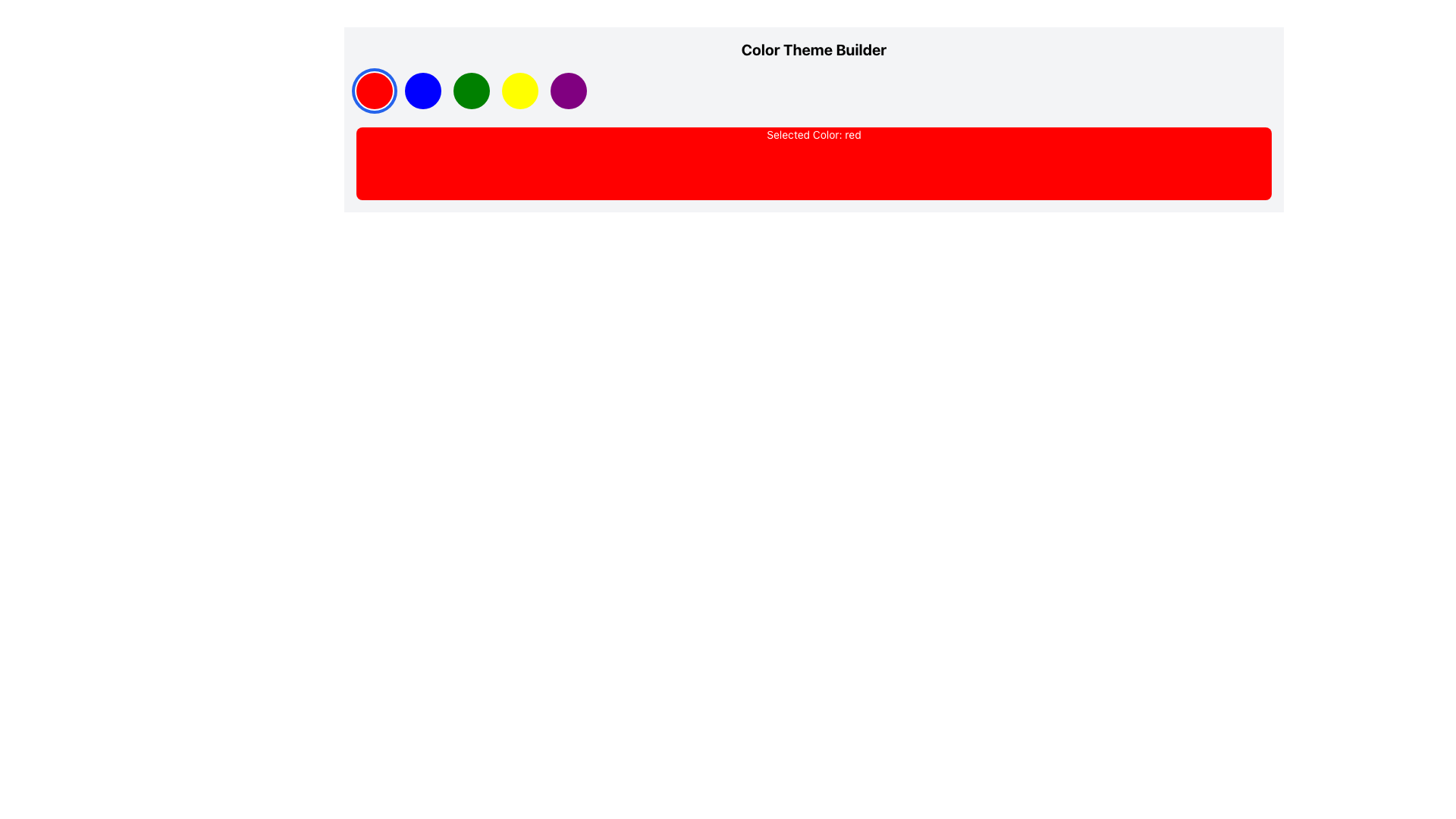 The height and width of the screenshot is (819, 1456). What do you see at coordinates (813, 49) in the screenshot?
I see `the bold text heading 'Color Theme Builder' which is positioned at the top of its section, above a row of colored circular elements` at bounding box center [813, 49].